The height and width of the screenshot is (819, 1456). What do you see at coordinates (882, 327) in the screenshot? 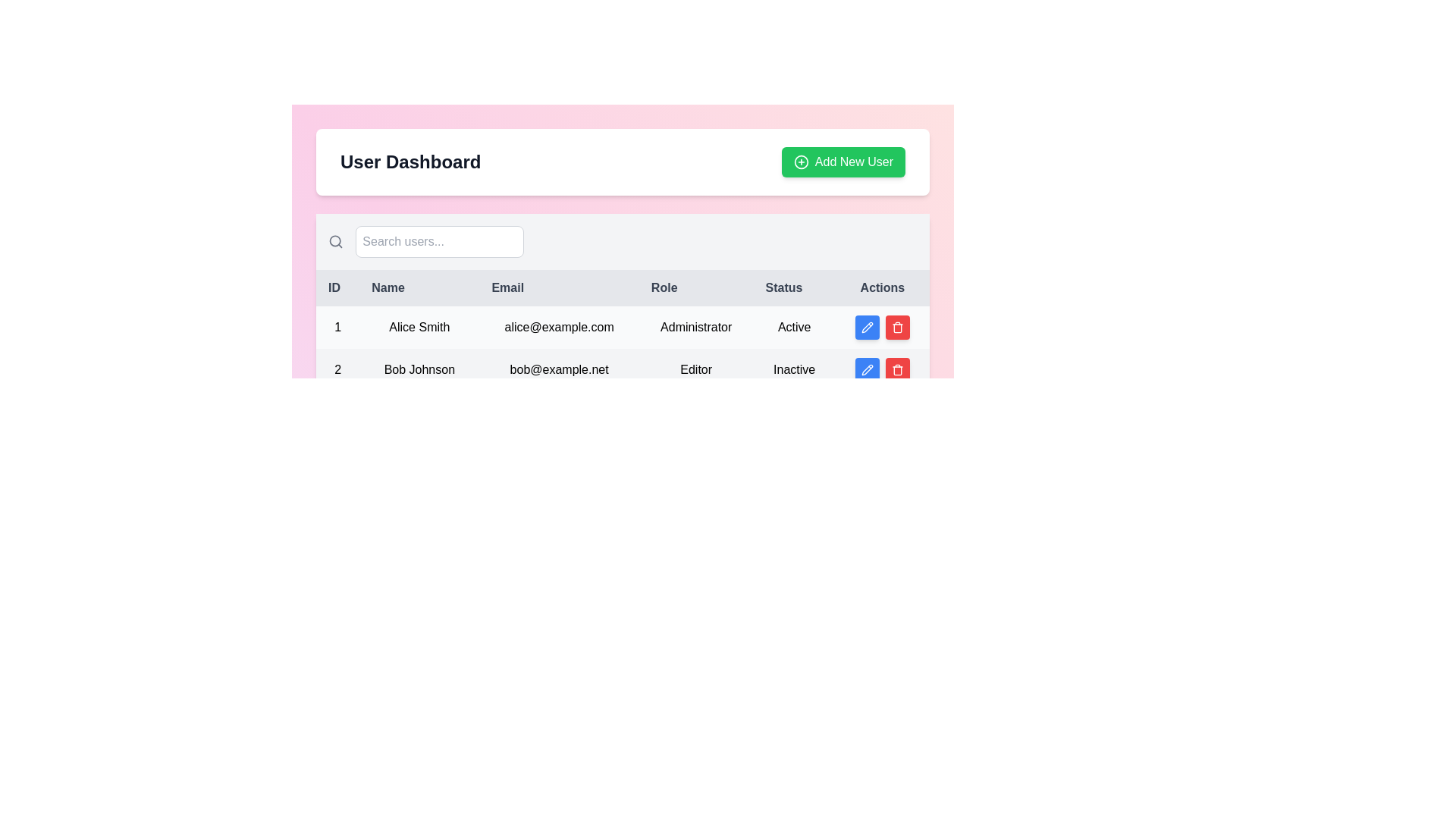
I see `the buttons in the 'Actions' column of the first row corresponding to user 'Alice Smith'` at bounding box center [882, 327].